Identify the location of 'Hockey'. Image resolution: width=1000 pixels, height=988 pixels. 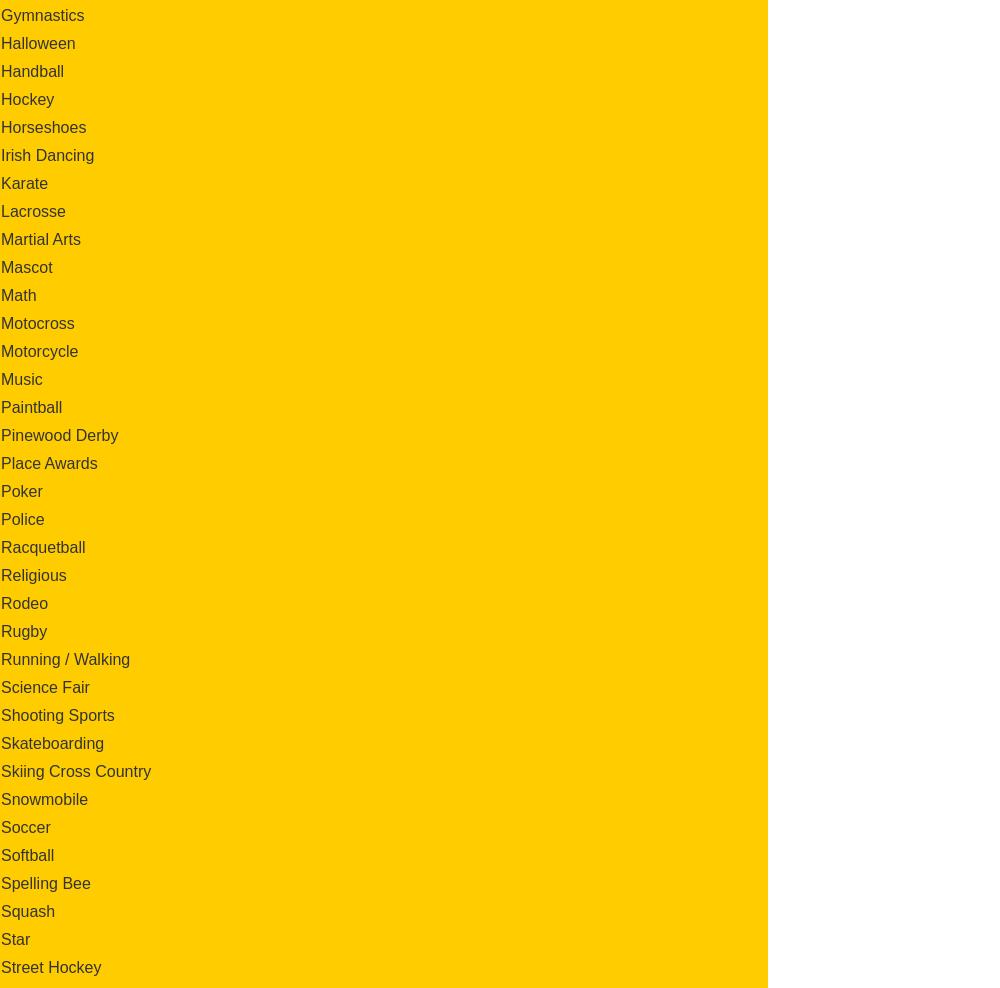
(27, 98).